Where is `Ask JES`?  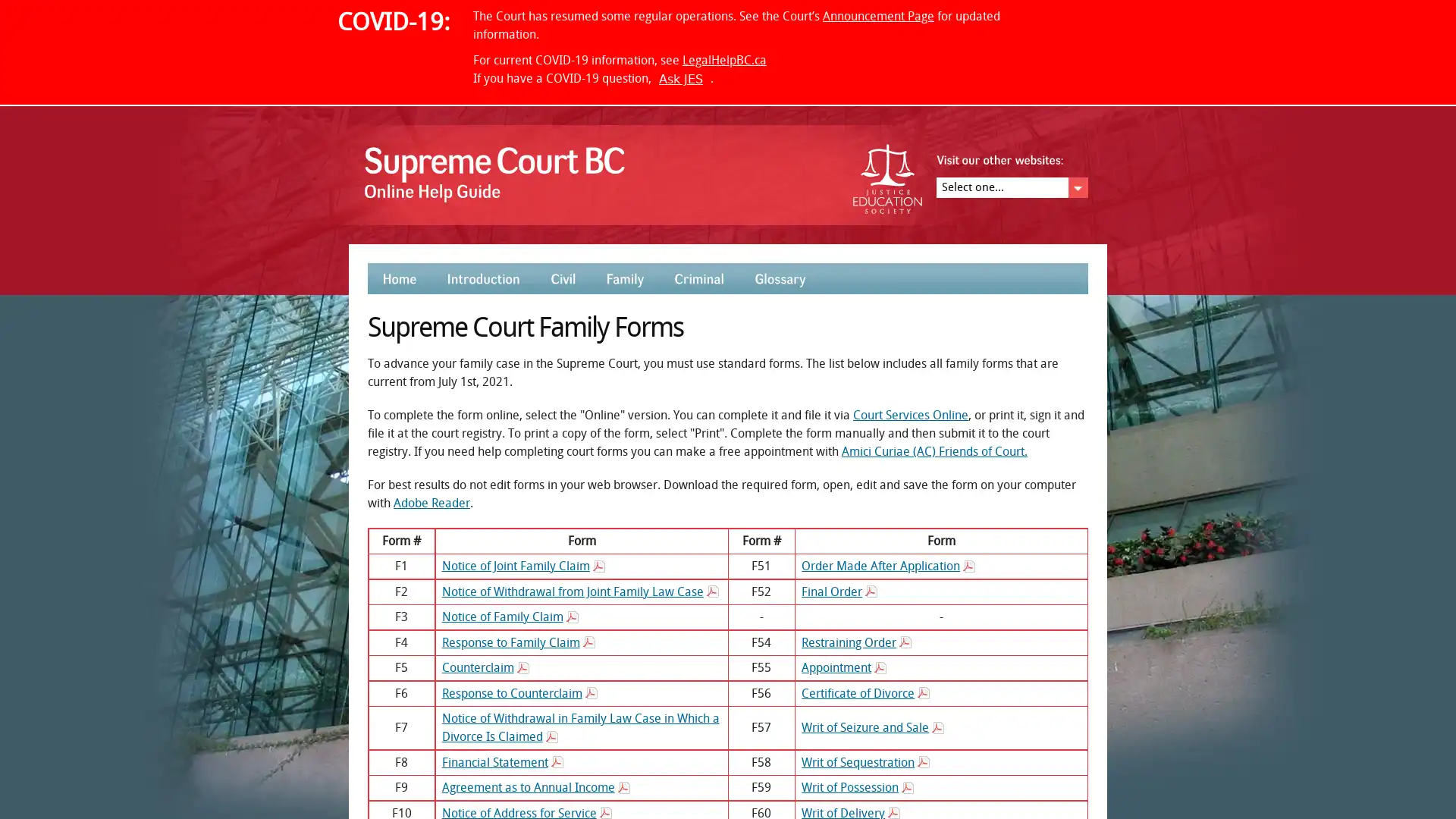 Ask JES is located at coordinates (679, 79).